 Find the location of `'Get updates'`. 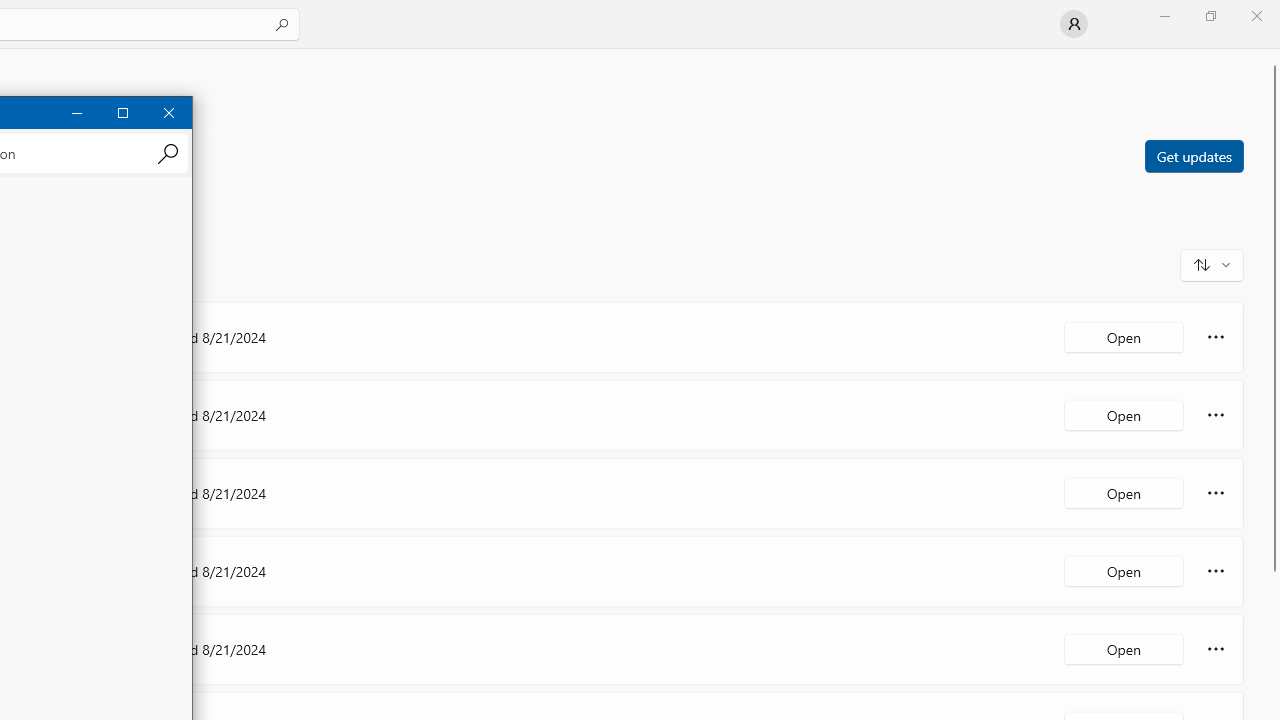

'Get updates' is located at coordinates (1193, 154).